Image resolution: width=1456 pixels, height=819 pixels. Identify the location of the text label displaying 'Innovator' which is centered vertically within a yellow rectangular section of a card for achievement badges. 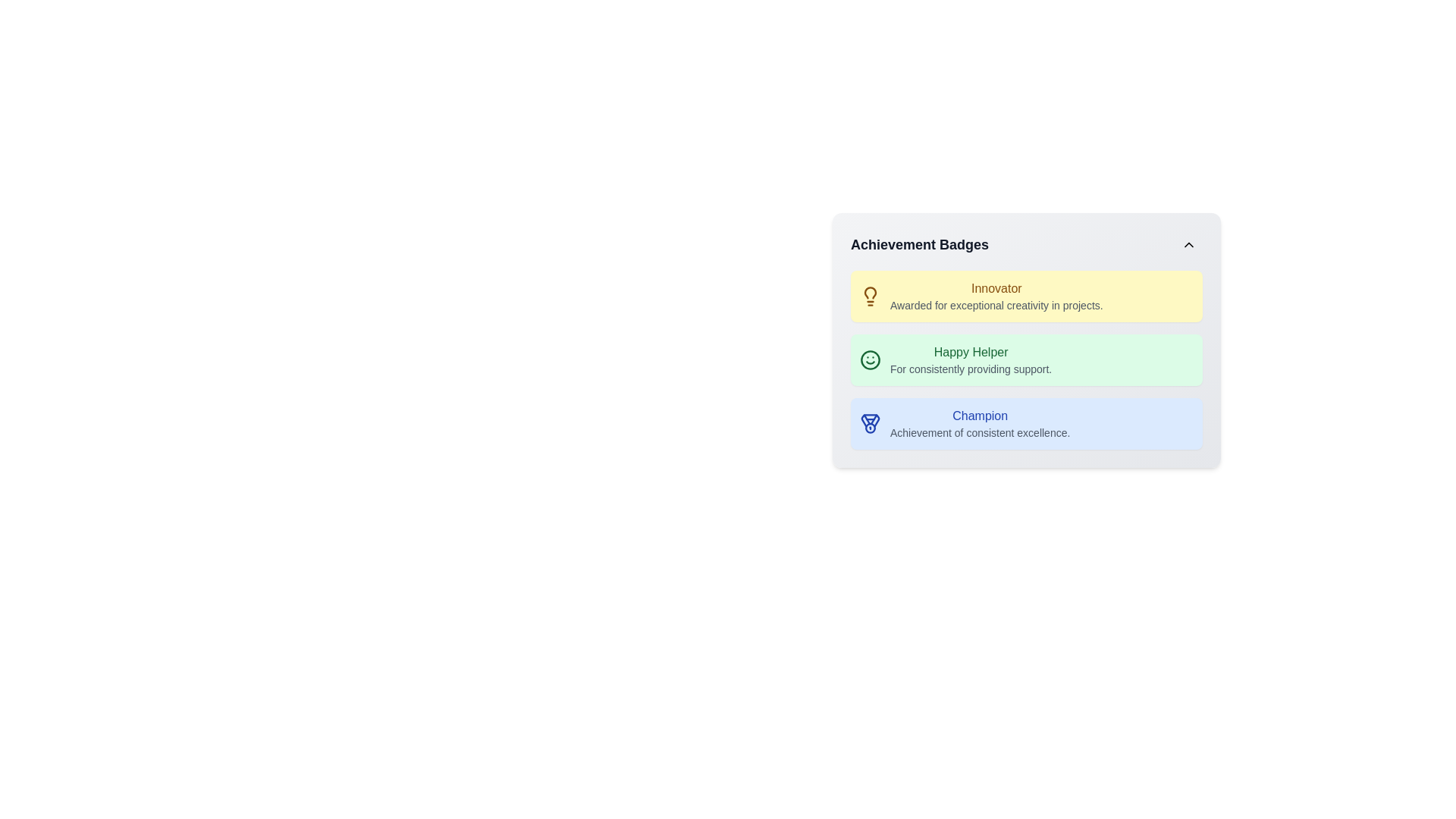
(996, 289).